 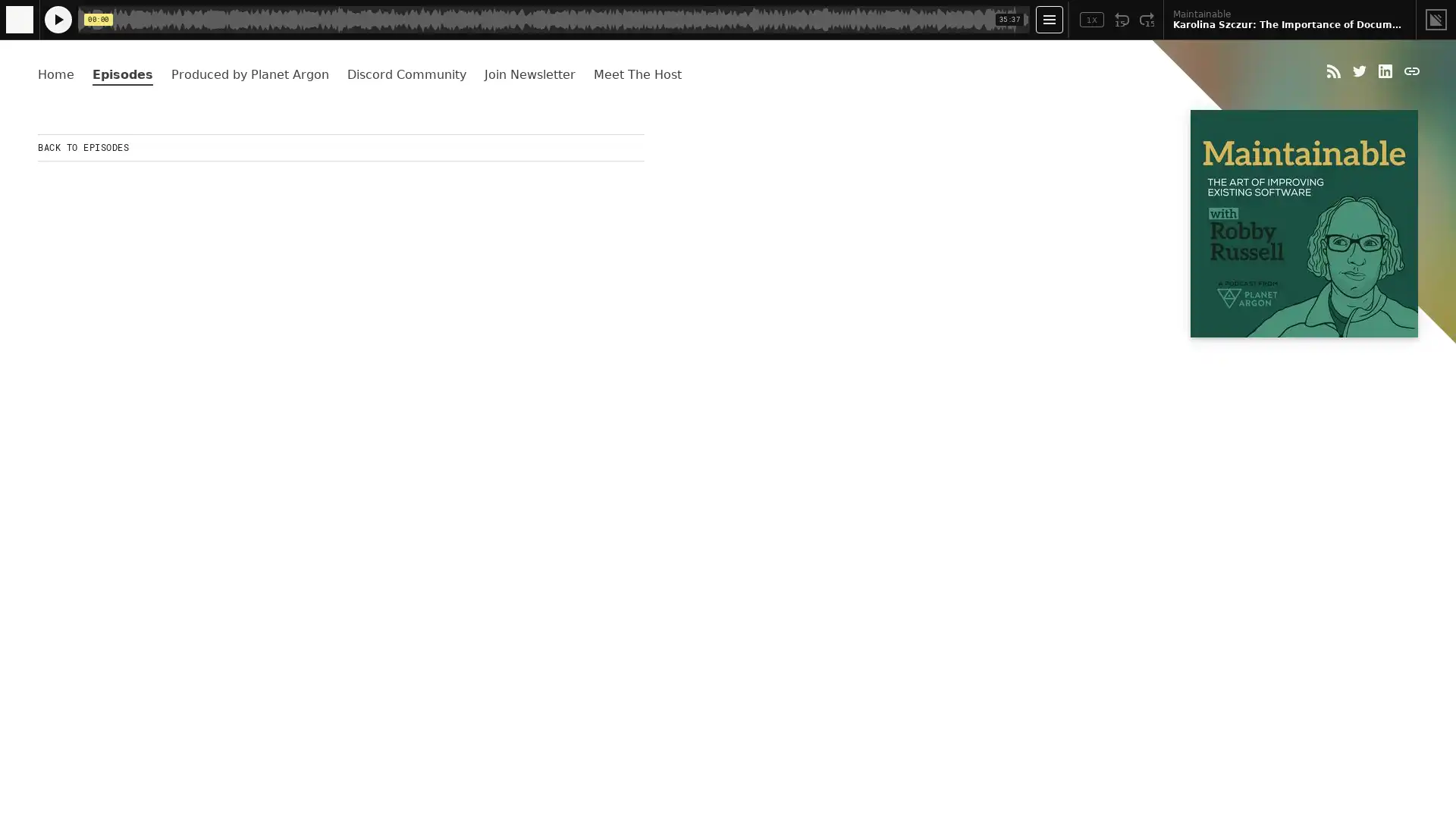 What do you see at coordinates (1092, 20) in the screenshot?
I see `Toggle Speed: Current Speed 1x` at bounding box center [1092, 20].